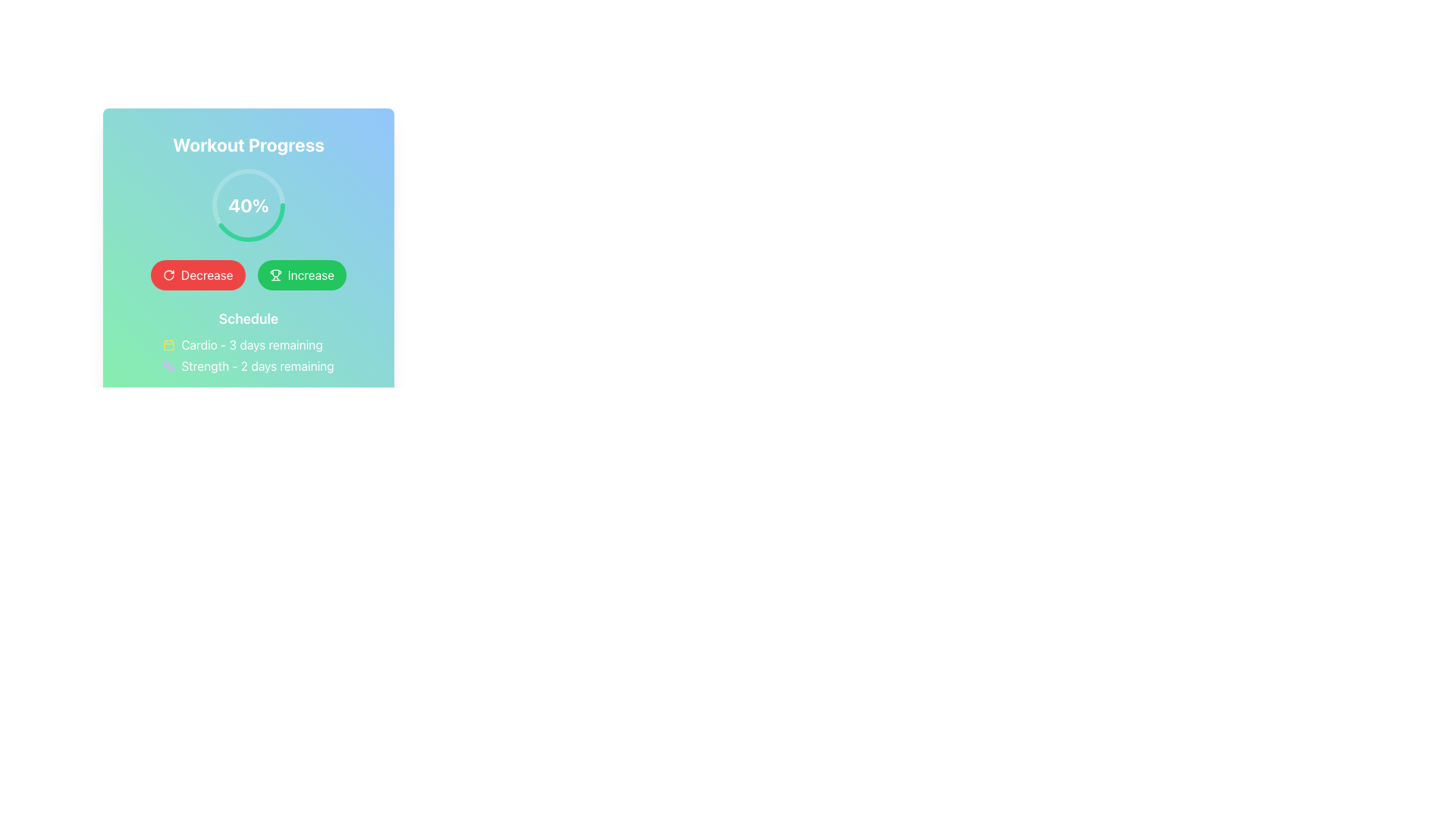 The width and height of the screenshot is (1456, 819). What do you see at coordinates (275, 275) in the screenshot?
I see `the trophy icon, which is centrally located within the green 'Increase' button, distinguished by its green background and white trophy silhouette` at bounding box center [275, 275].